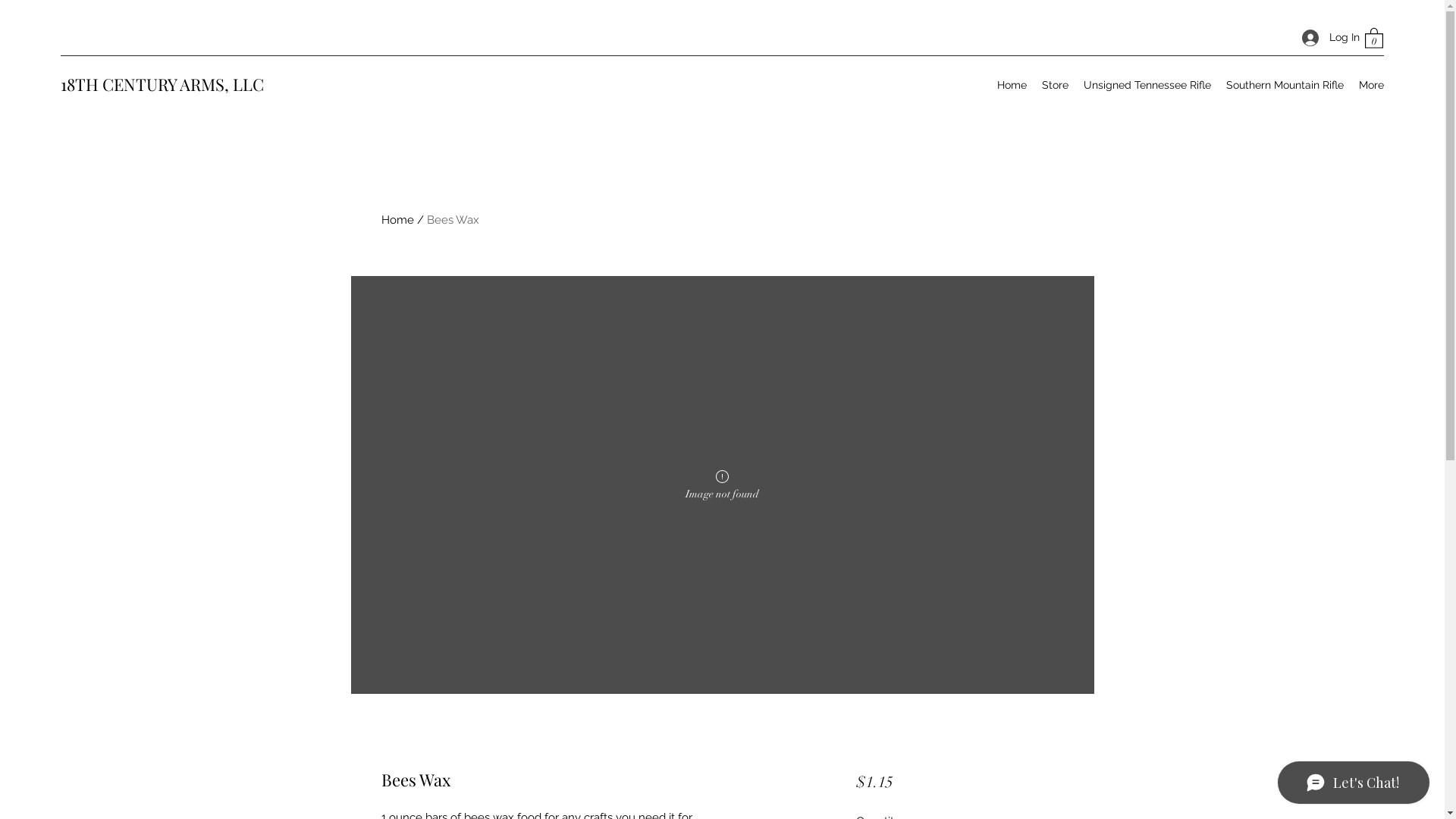 This screenshot has width=1456, height=819. I want to click on 'Home', so click(381, 219).